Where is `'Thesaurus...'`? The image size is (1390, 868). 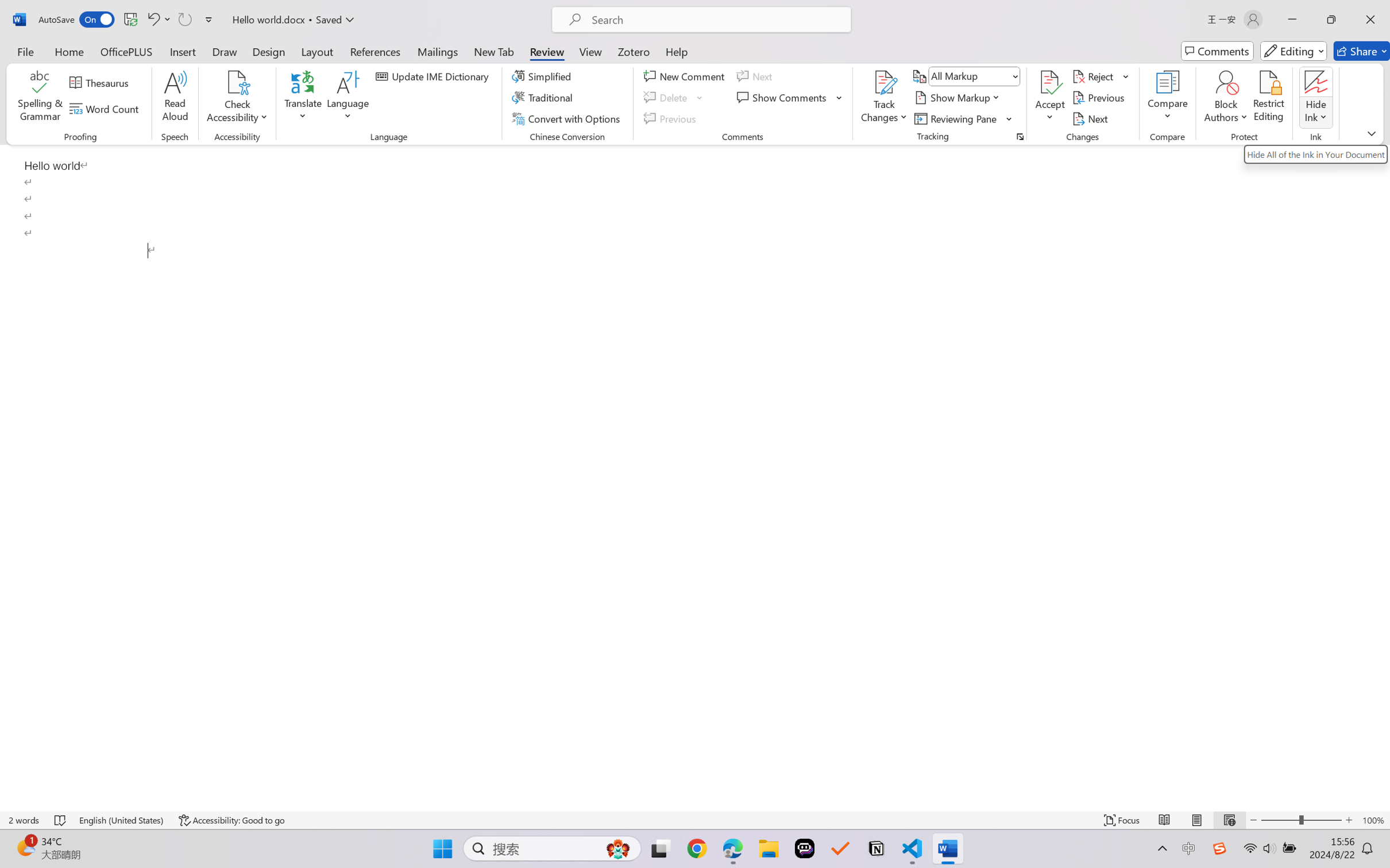
'Thesaurus...' is located at coordinates (101, 83).